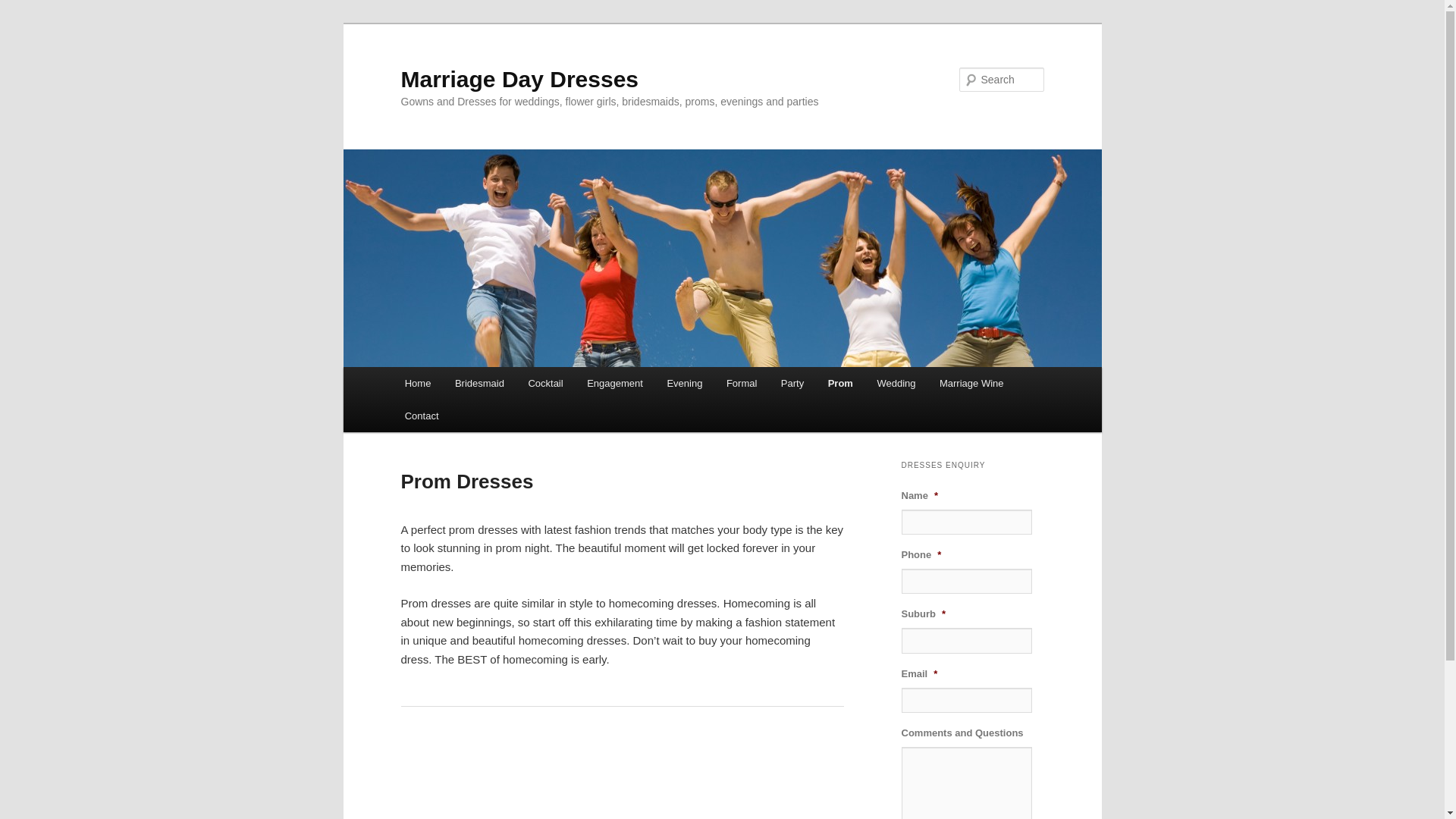 Image resolution: width=1456 pixels, height=819 pixels. I want to click on 'Evening', so click(683, 382).